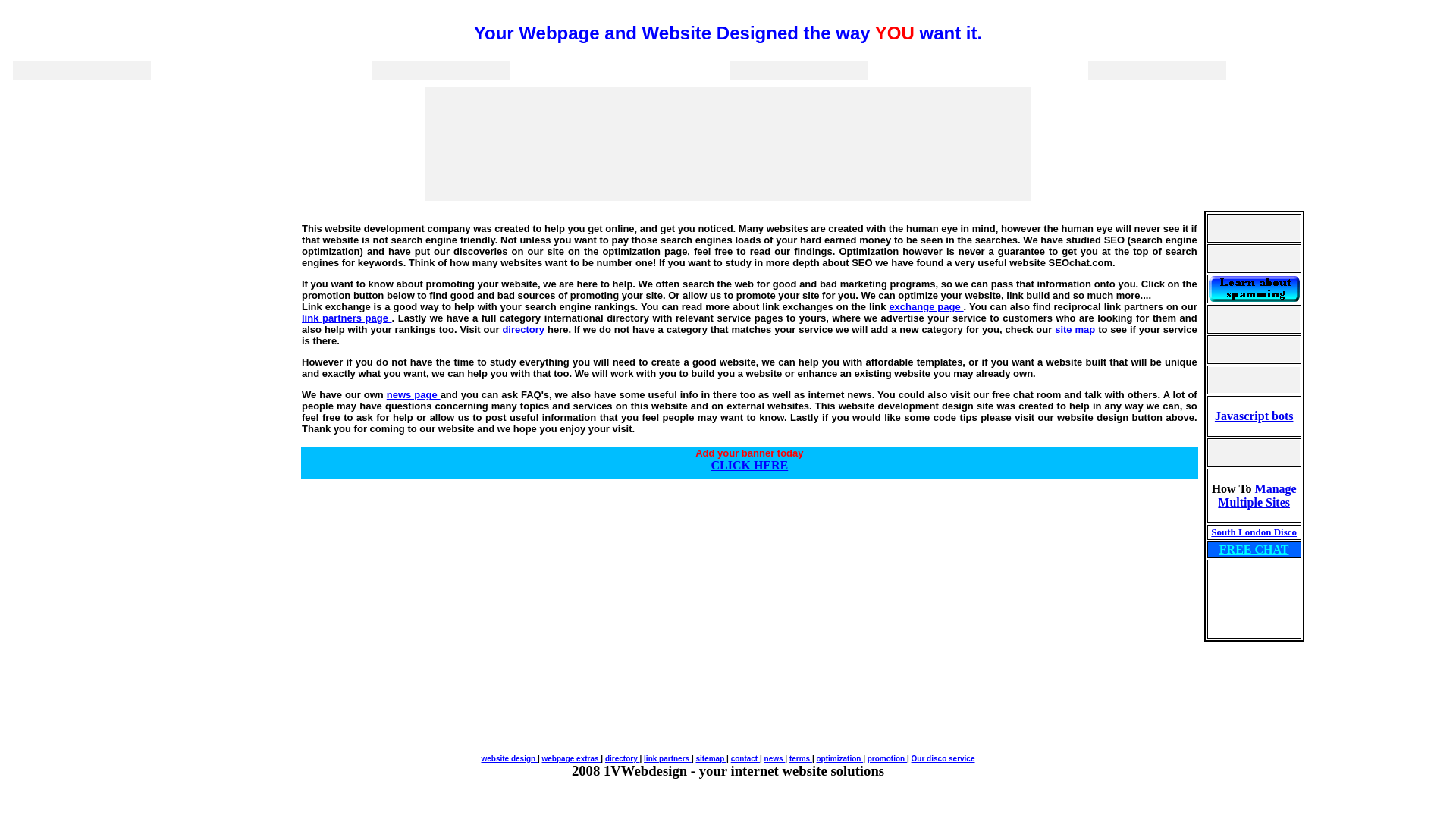 This screenshot has width=1456, height=819. Describe the element at coordinates (524, 328) in the screenshot. I see `'directory'` at that location.